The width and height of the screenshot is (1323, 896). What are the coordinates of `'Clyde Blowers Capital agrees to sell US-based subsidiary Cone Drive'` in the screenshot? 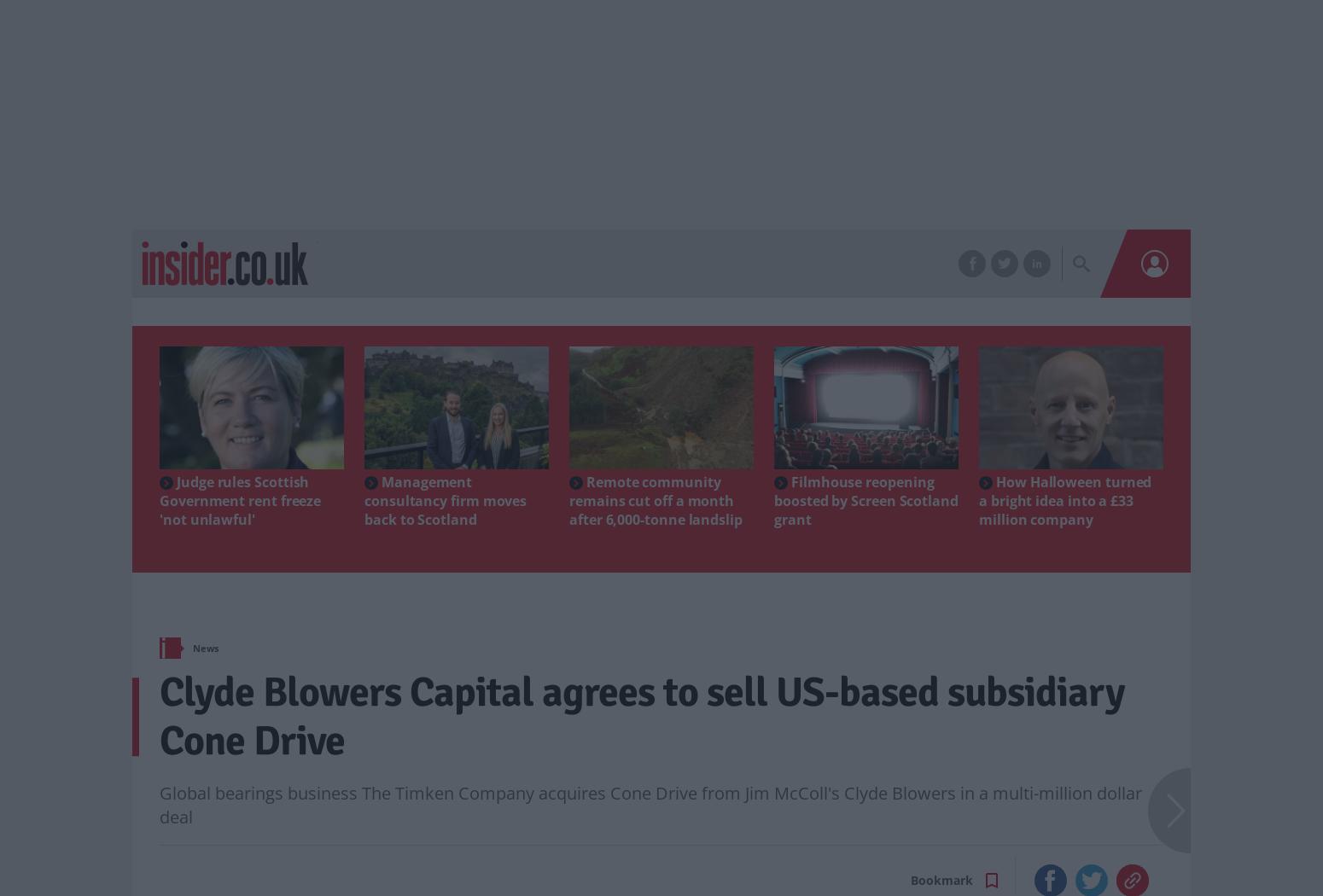 It's located at (158, 716).